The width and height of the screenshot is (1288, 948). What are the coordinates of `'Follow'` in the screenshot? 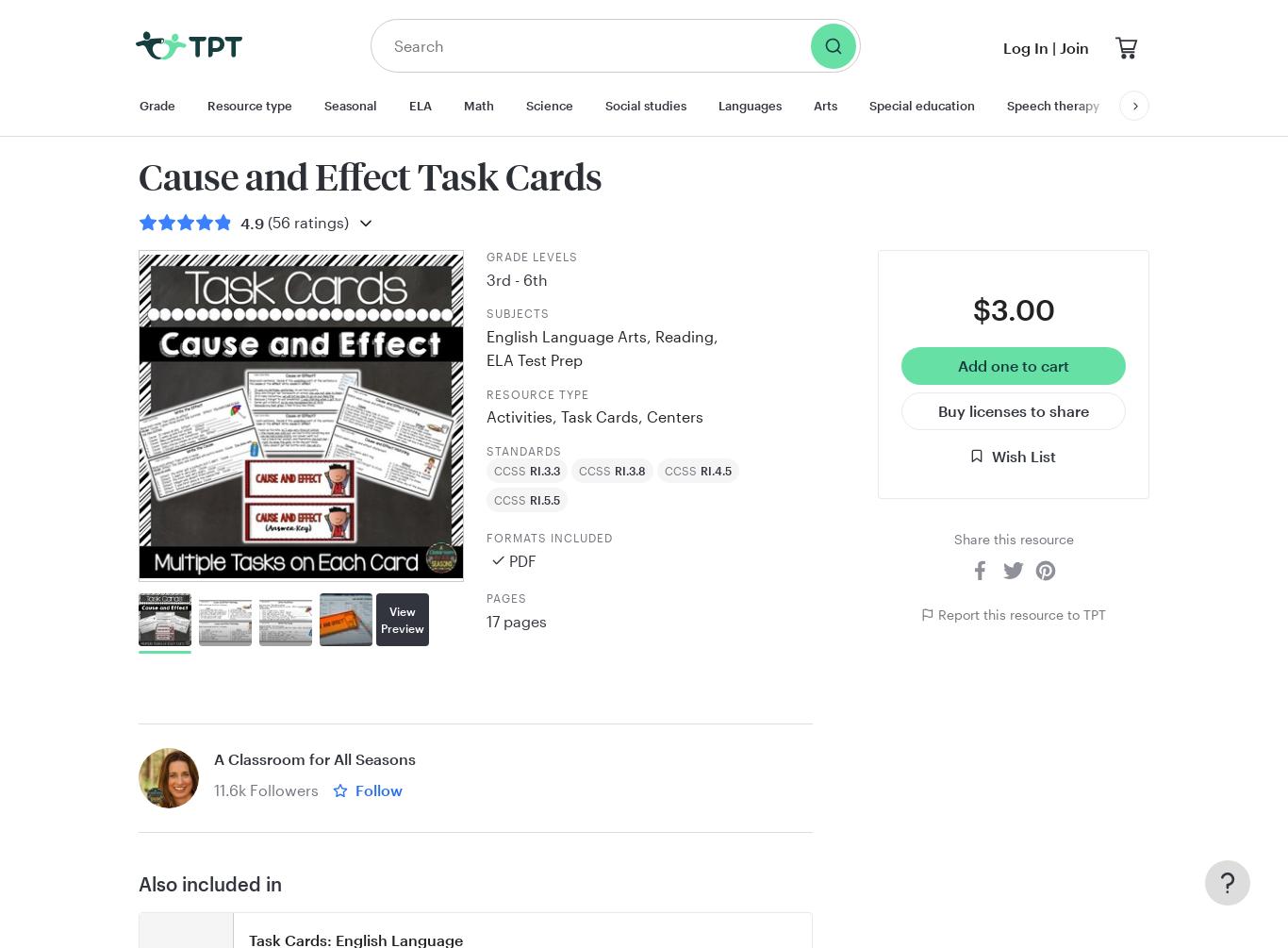 It's located at (378, 790).